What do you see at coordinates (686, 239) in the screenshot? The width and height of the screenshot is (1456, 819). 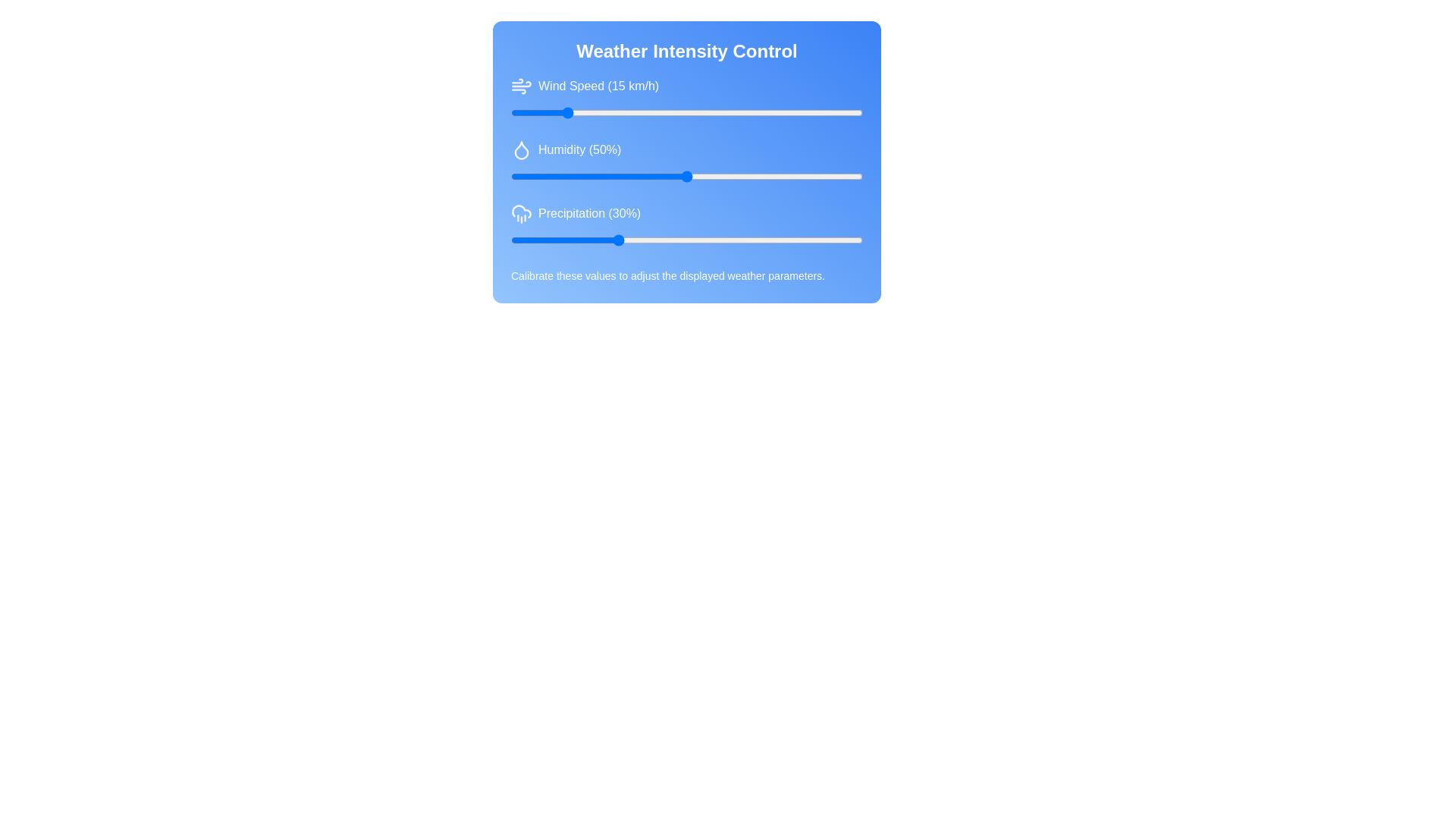 I see `the precipitation intensity slider located under the 'Precipitation (30%)' label to provide interaction feedback` at bounding box center [686, 239].